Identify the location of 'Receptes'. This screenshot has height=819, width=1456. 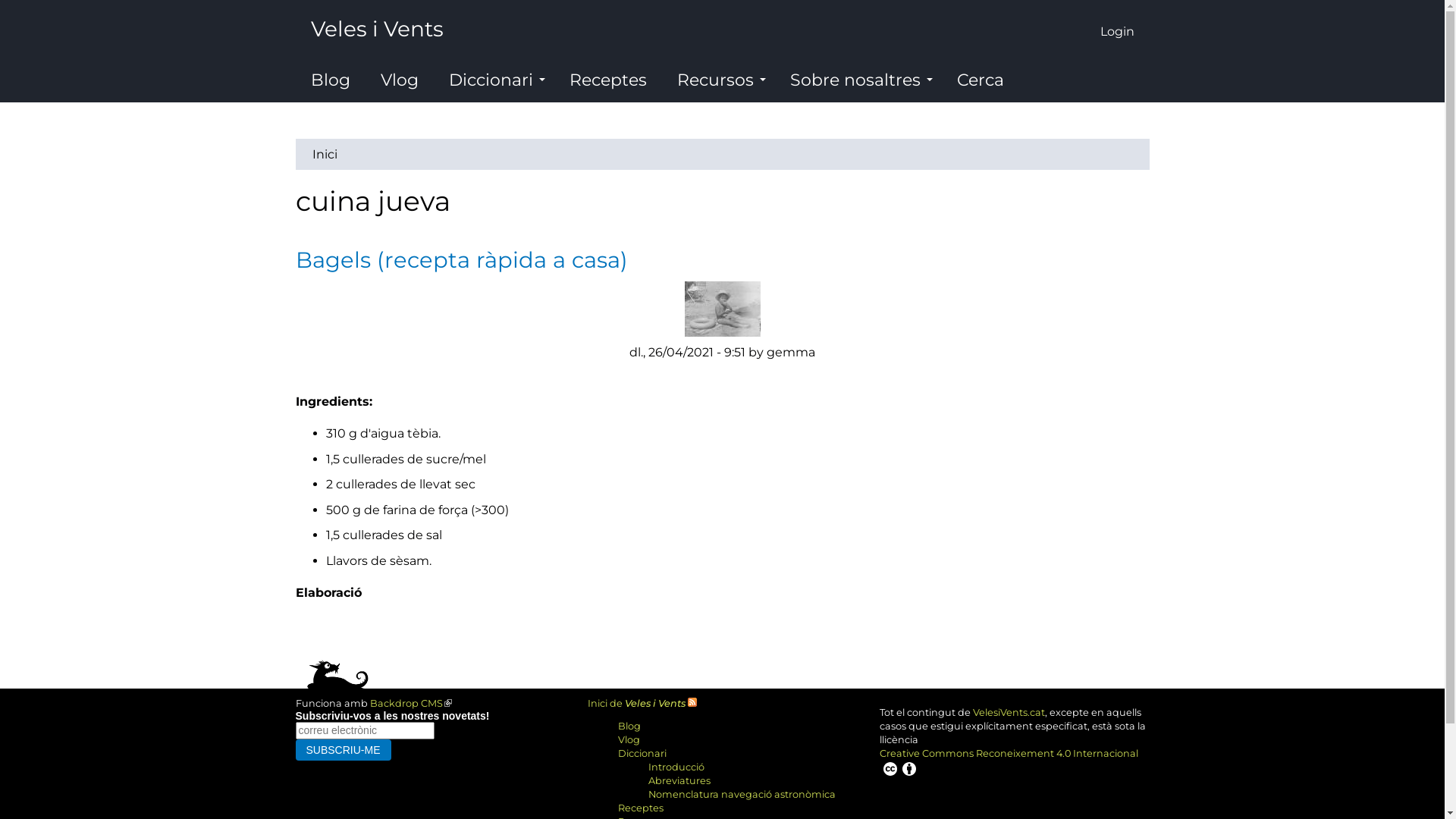
(607, 80).